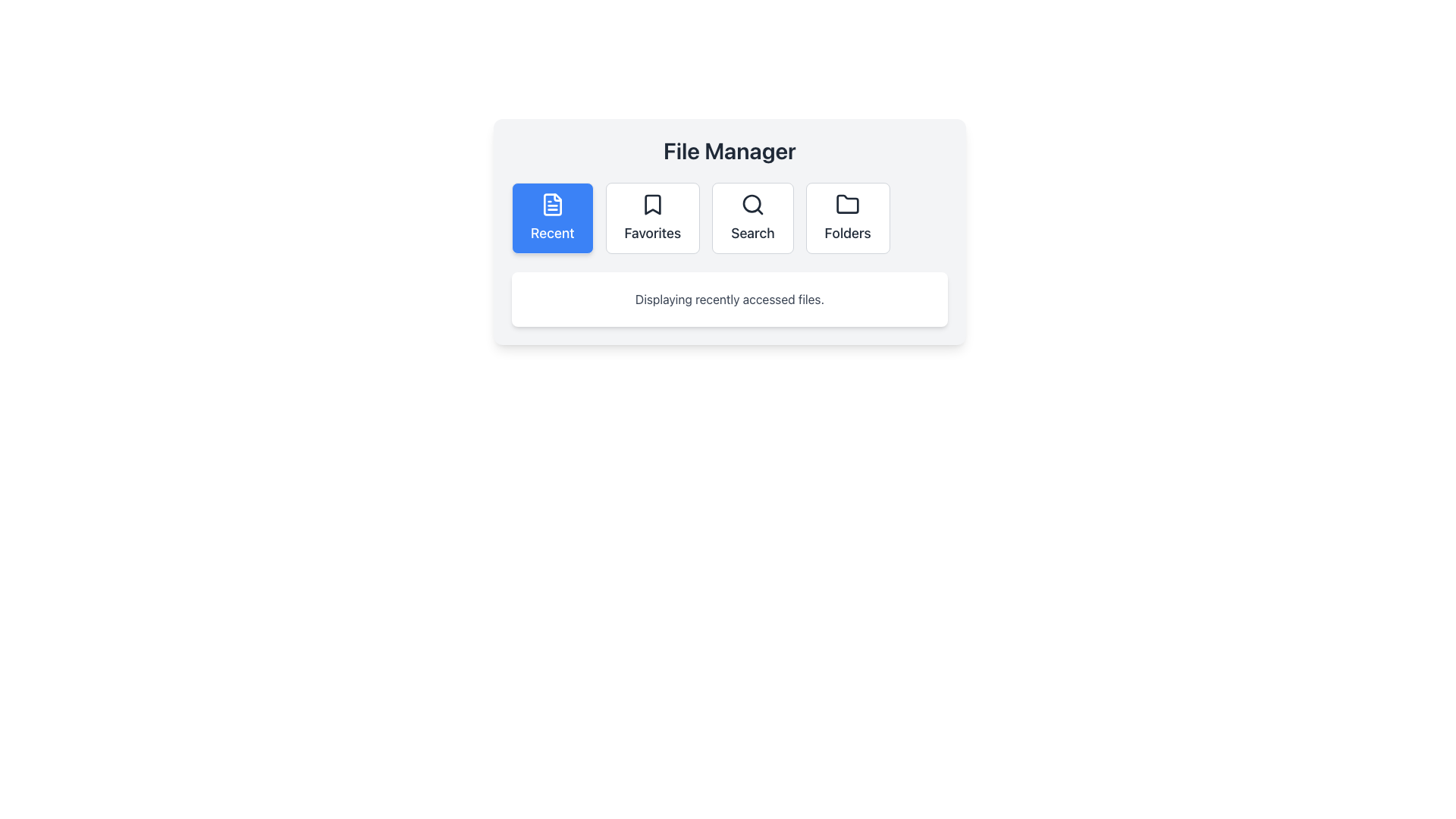  What do you see at coordinates (551, 205) in the screenshot?
I see `the 'Recent' button icon located at the leftmost position in the group of buttons at the top center of the 'File Manager' interface` at bounding box center [551, 205].